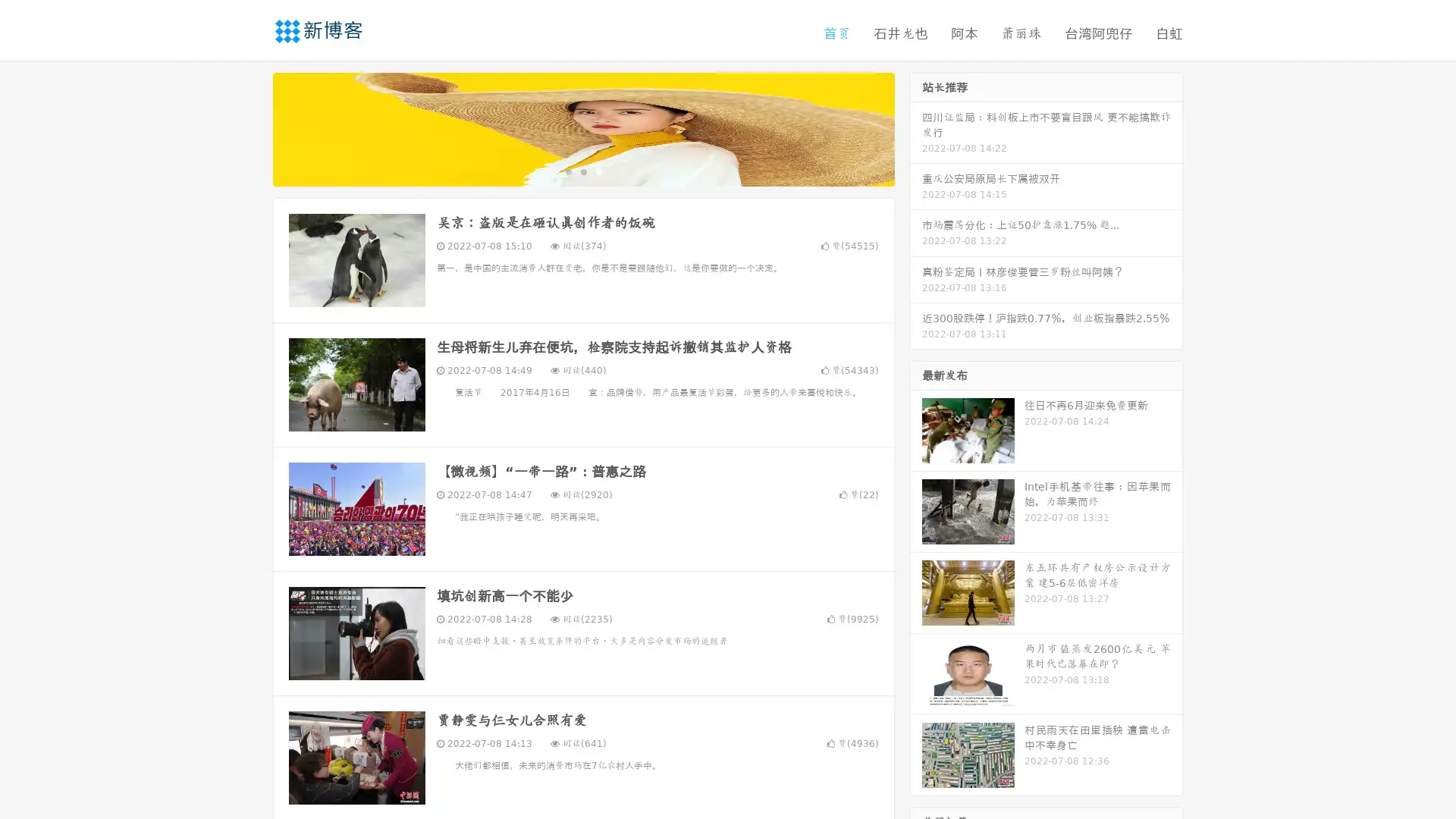 The width and height of the screenshot is (1456, 819). What do you see at coordinates (250, 127) in the screenshot?
I see `Previous slide` at bounding box center [250, 127].